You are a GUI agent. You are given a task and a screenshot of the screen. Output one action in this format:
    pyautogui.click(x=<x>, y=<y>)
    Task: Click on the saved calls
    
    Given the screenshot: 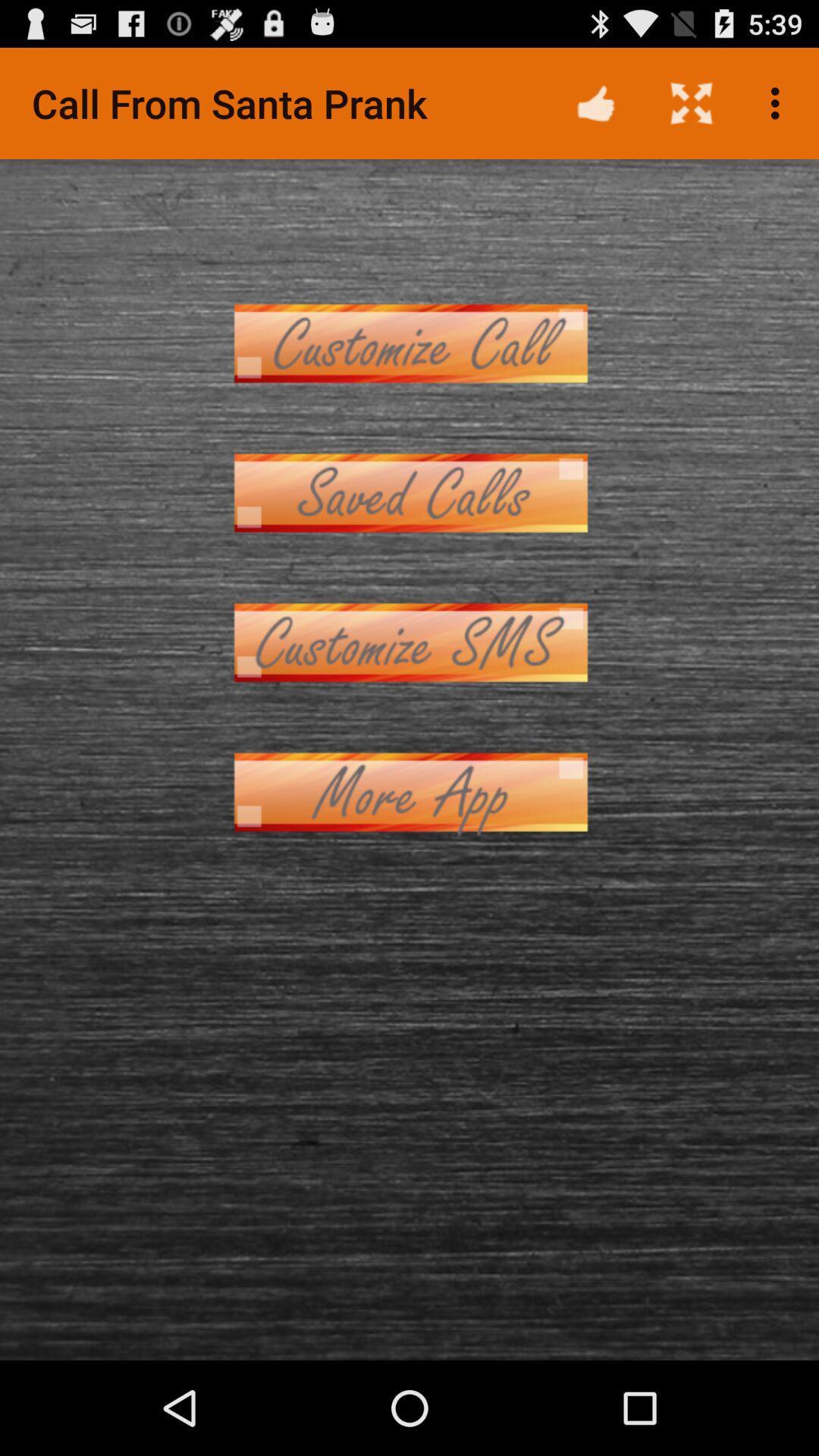 What is the action you would take?
    pyautogui.click(x=409, y=493)
    